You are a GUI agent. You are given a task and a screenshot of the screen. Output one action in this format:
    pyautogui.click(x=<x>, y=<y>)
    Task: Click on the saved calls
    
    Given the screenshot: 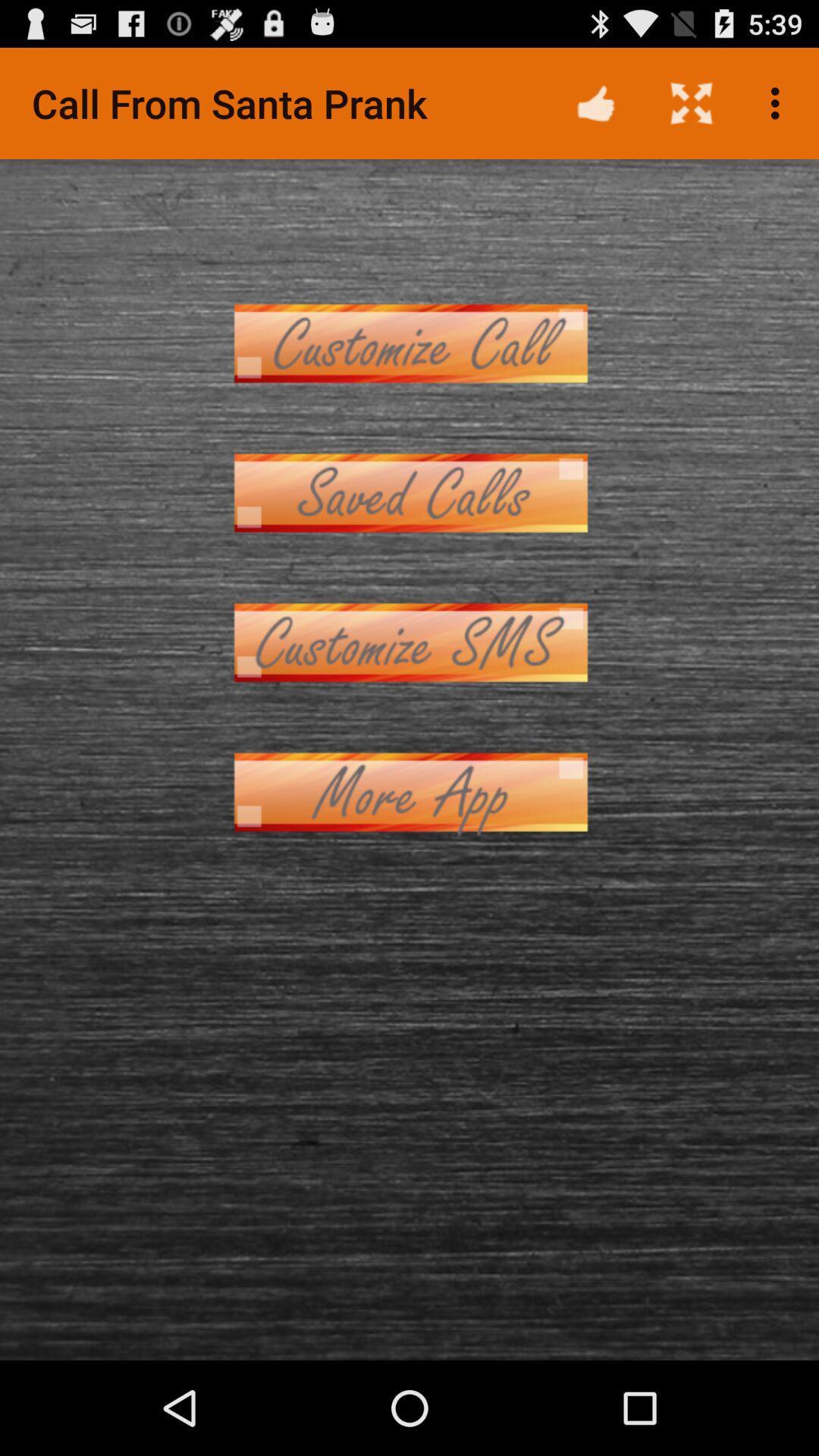 What is the action you would take?
    pyautogui.click(x=409, y=493)
    